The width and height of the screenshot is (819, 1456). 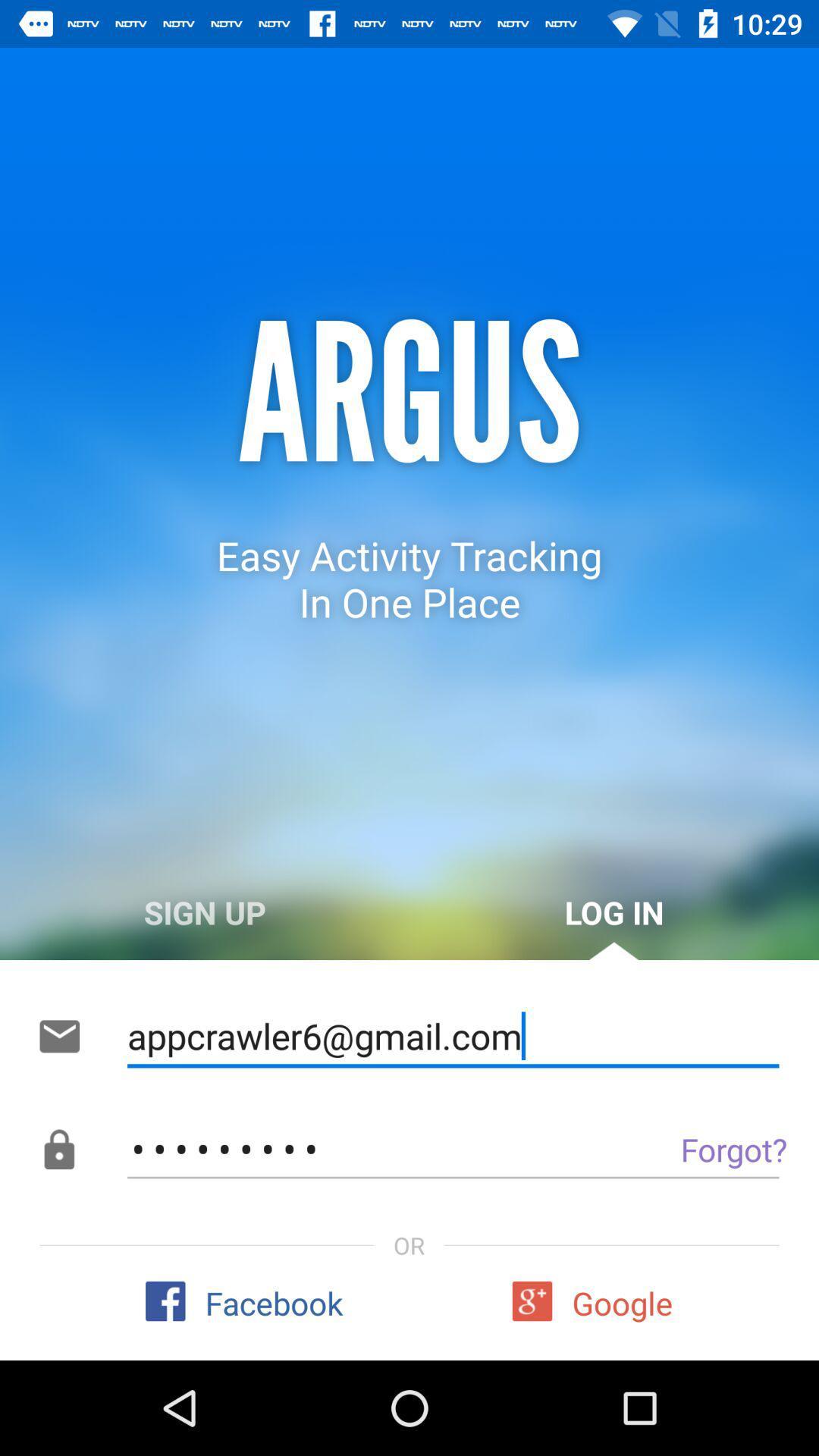 What do you see at coordinates (452, 1036) in the screenshot?
I see `icon above the forgot?` at bounding box center [452, 1036].